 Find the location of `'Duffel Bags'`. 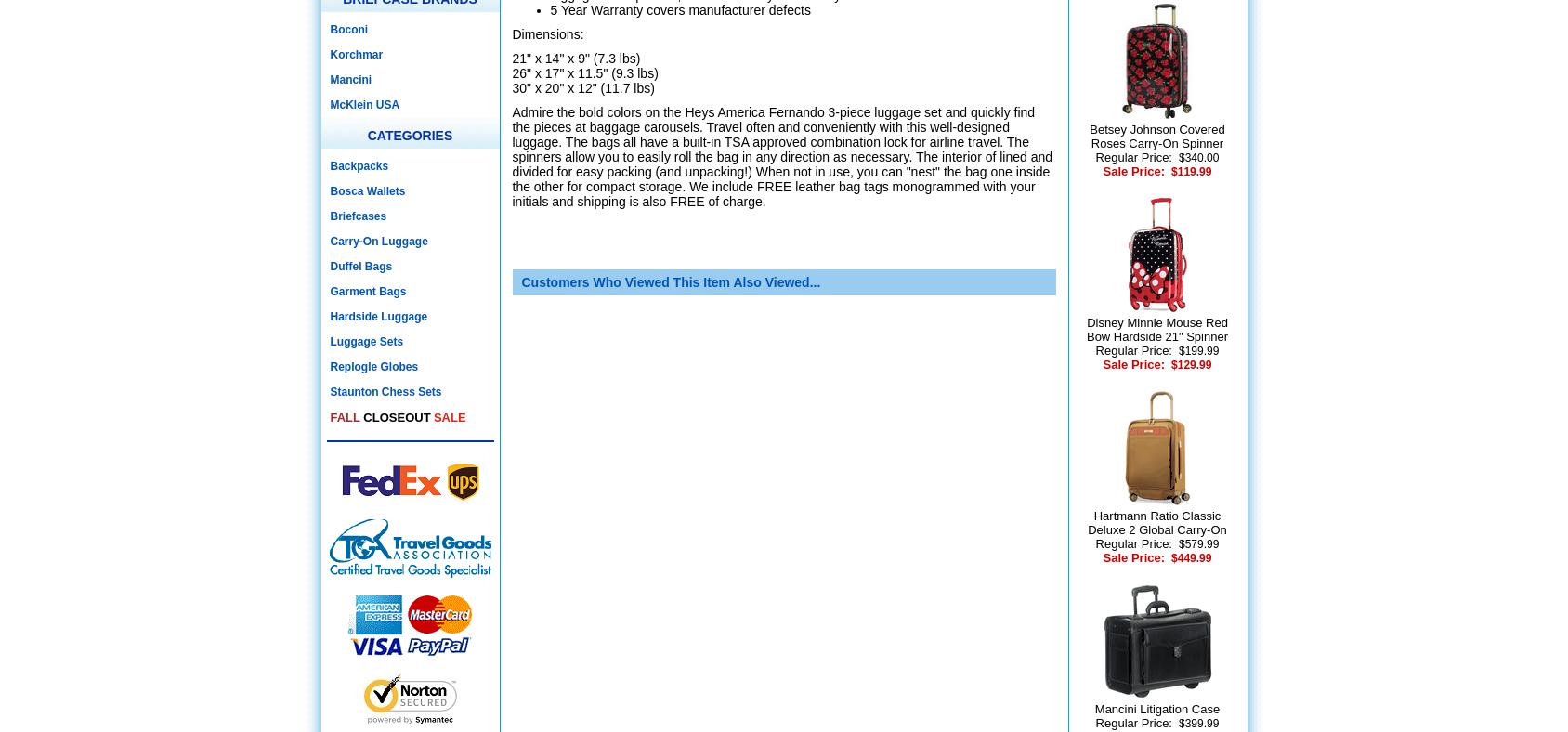

'Duffel Bags' is located at coordinates (360, 265).